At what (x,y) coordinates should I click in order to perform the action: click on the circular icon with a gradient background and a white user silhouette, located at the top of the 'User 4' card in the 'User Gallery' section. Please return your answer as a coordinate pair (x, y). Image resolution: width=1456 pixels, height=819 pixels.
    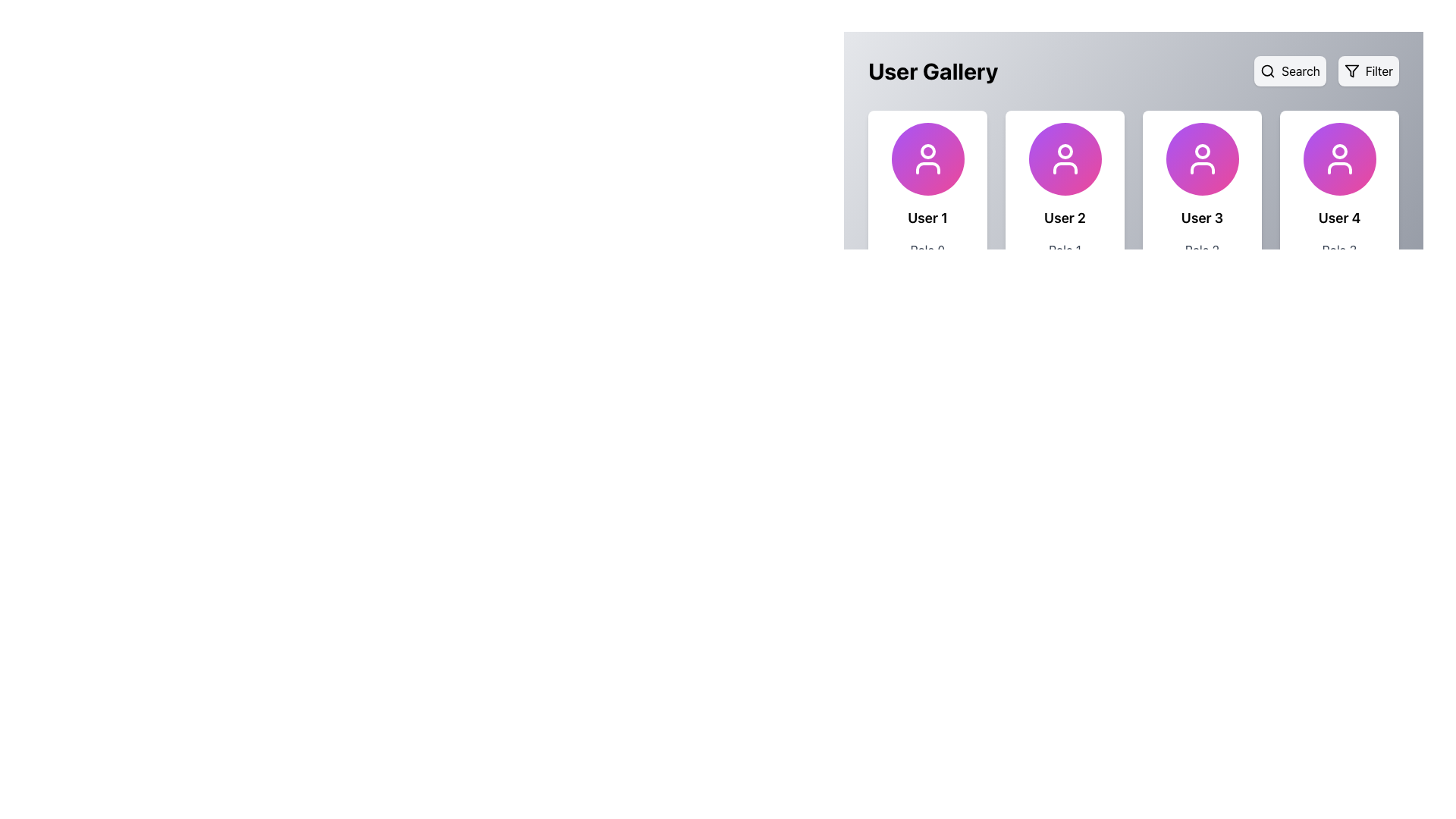
    Looking at the image, I should click on (1339, 158).